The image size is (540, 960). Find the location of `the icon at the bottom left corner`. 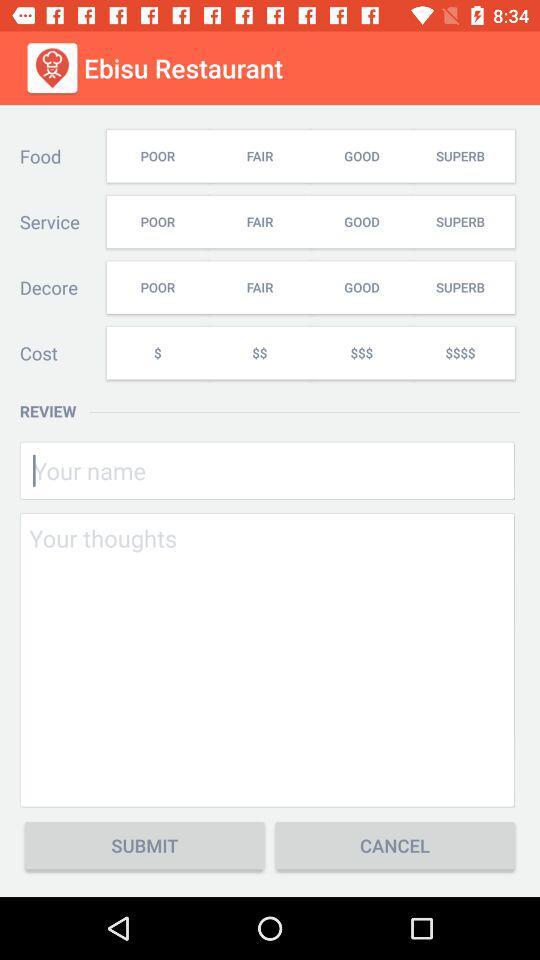

the icon at the bottom left corner is located at coordinates (143, 844).